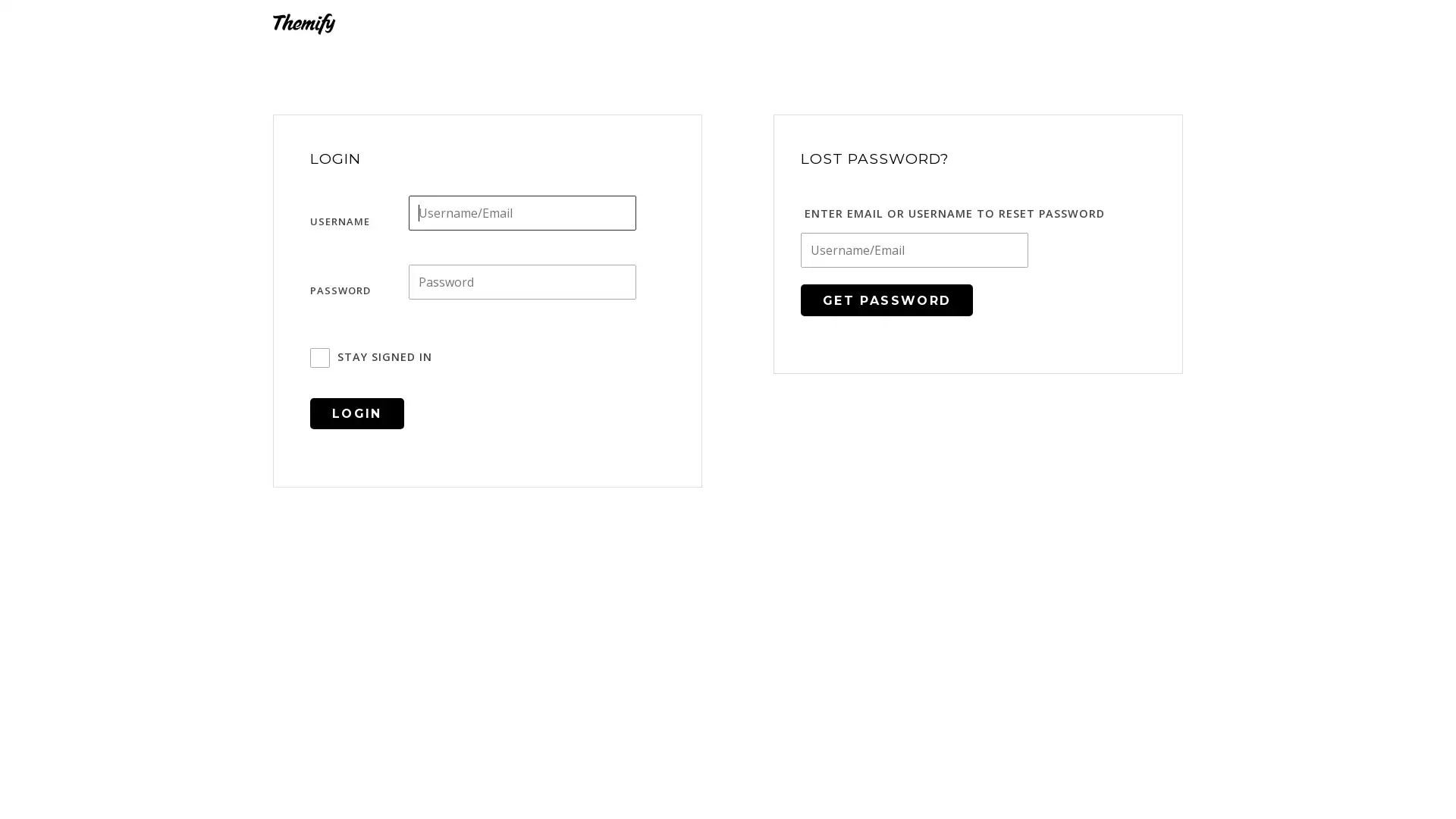 This screenshot has height=819, width=1456. I want to click on Login, so click(356, 413).